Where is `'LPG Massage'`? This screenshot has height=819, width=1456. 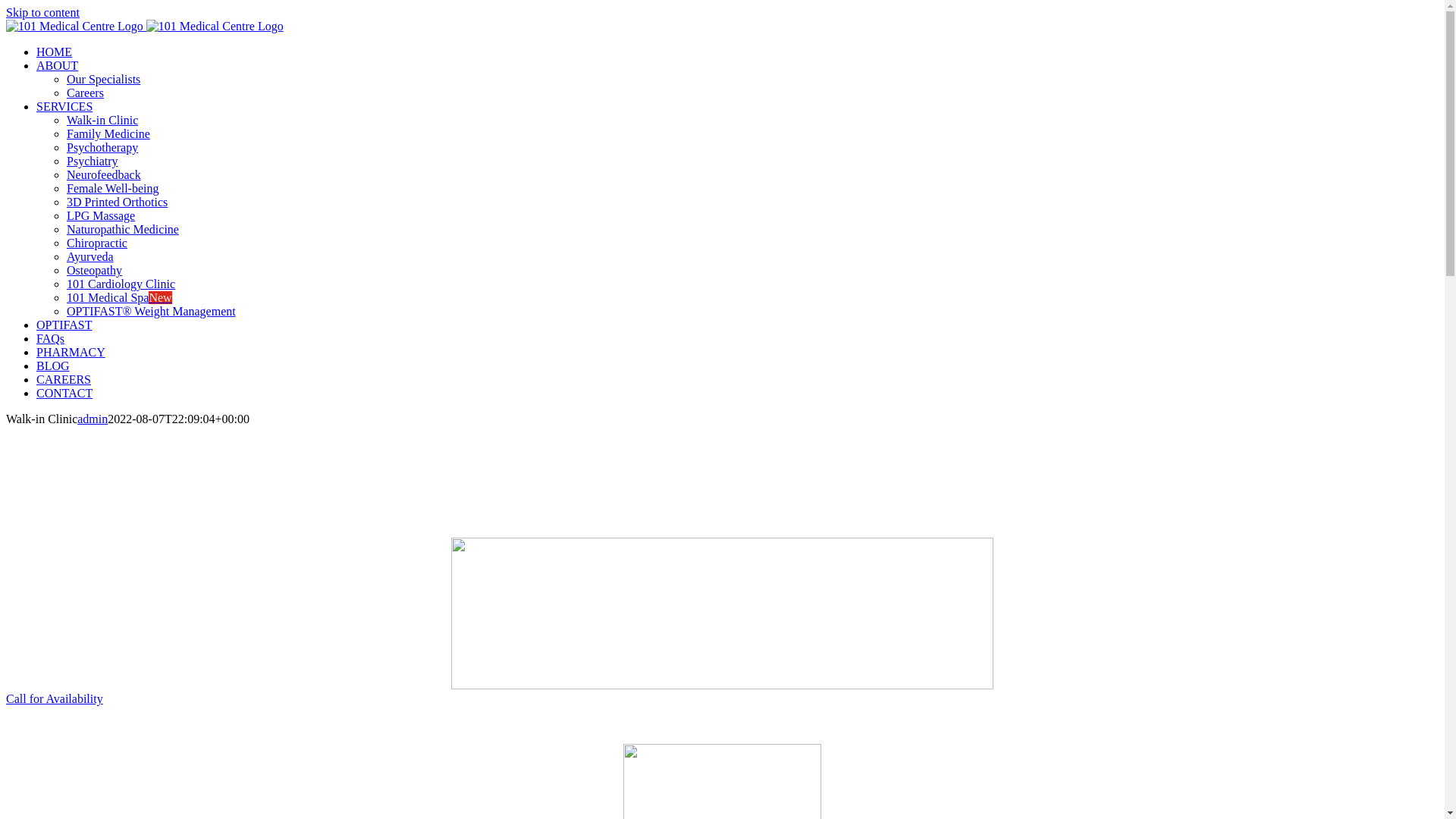
'LPG Massage' is located at coordinates (65, 215).